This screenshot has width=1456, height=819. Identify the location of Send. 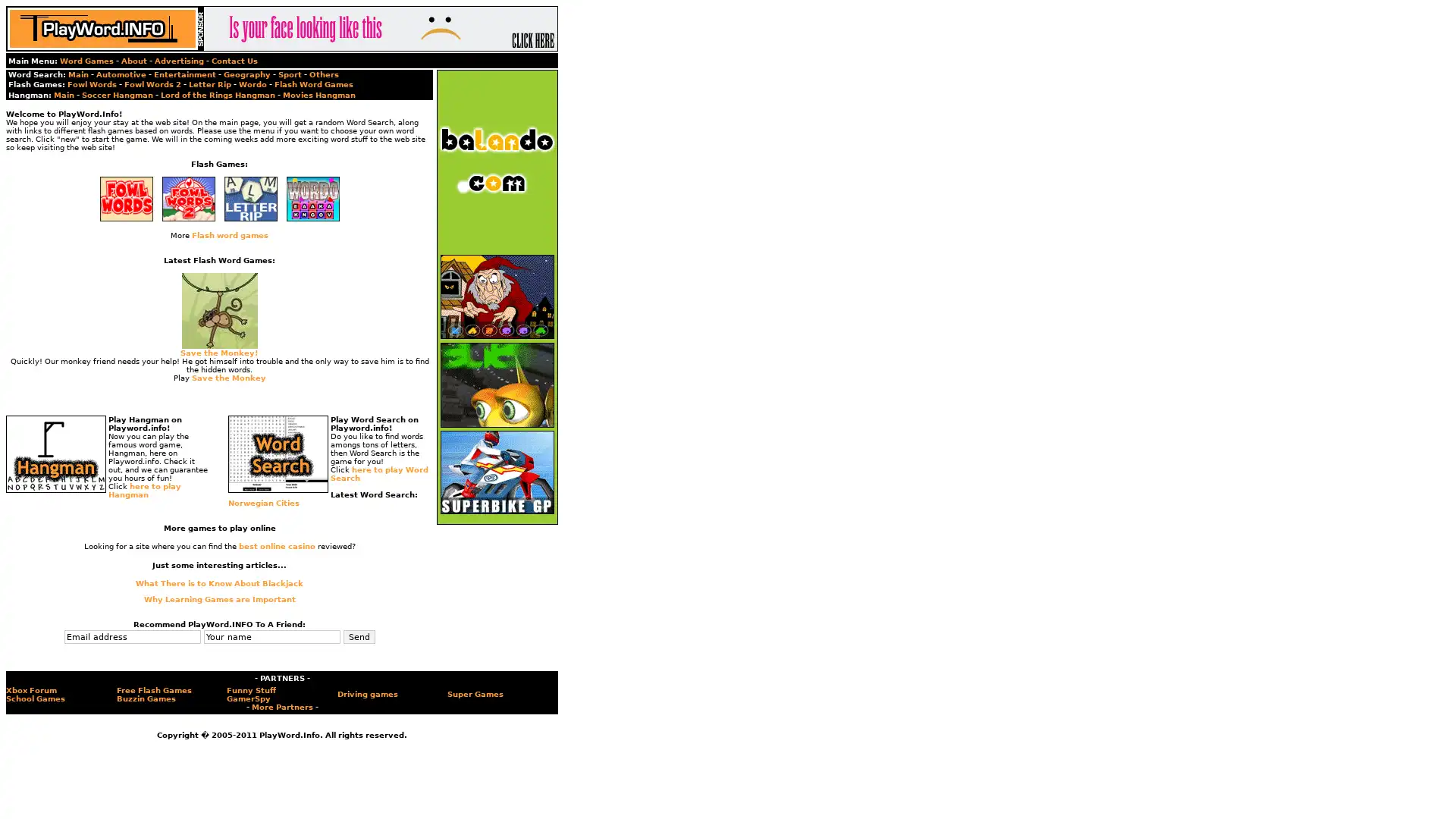
(358, 636).